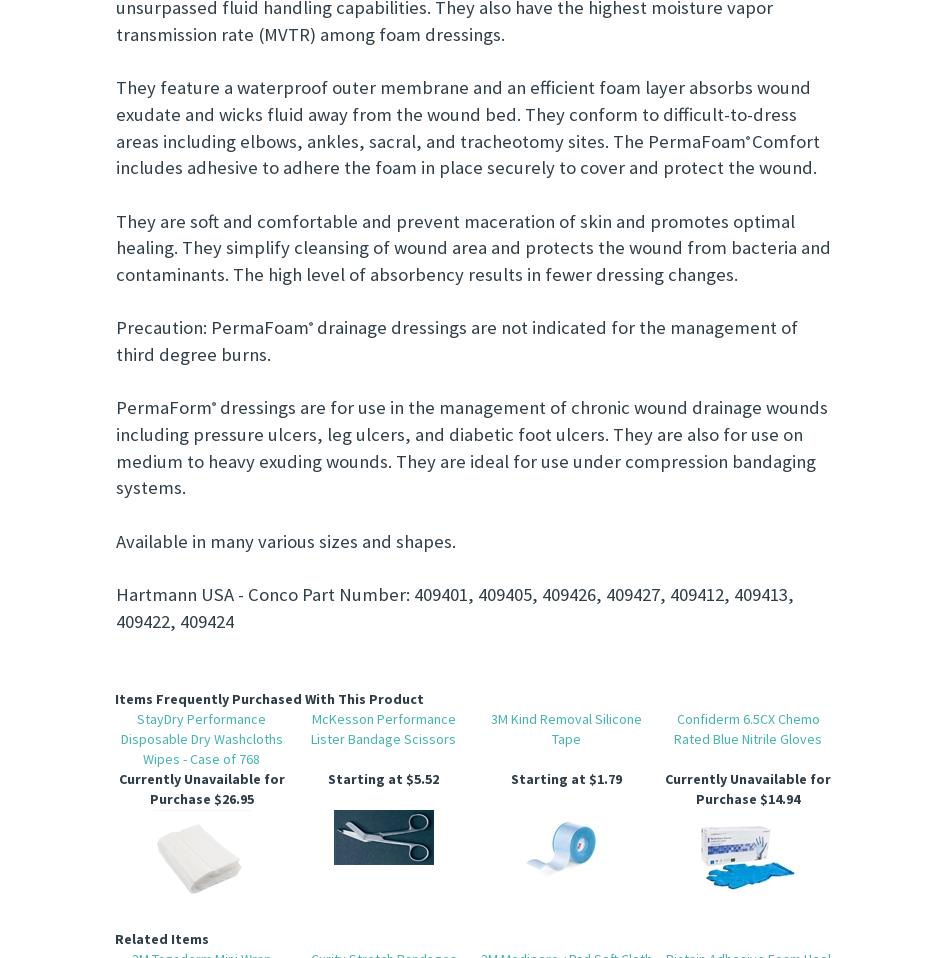 The width and height of the screenshot is (950, 958). Describe the element at coordinates (420, 779) in the screenshot. I see `'$5.52'` at that location.